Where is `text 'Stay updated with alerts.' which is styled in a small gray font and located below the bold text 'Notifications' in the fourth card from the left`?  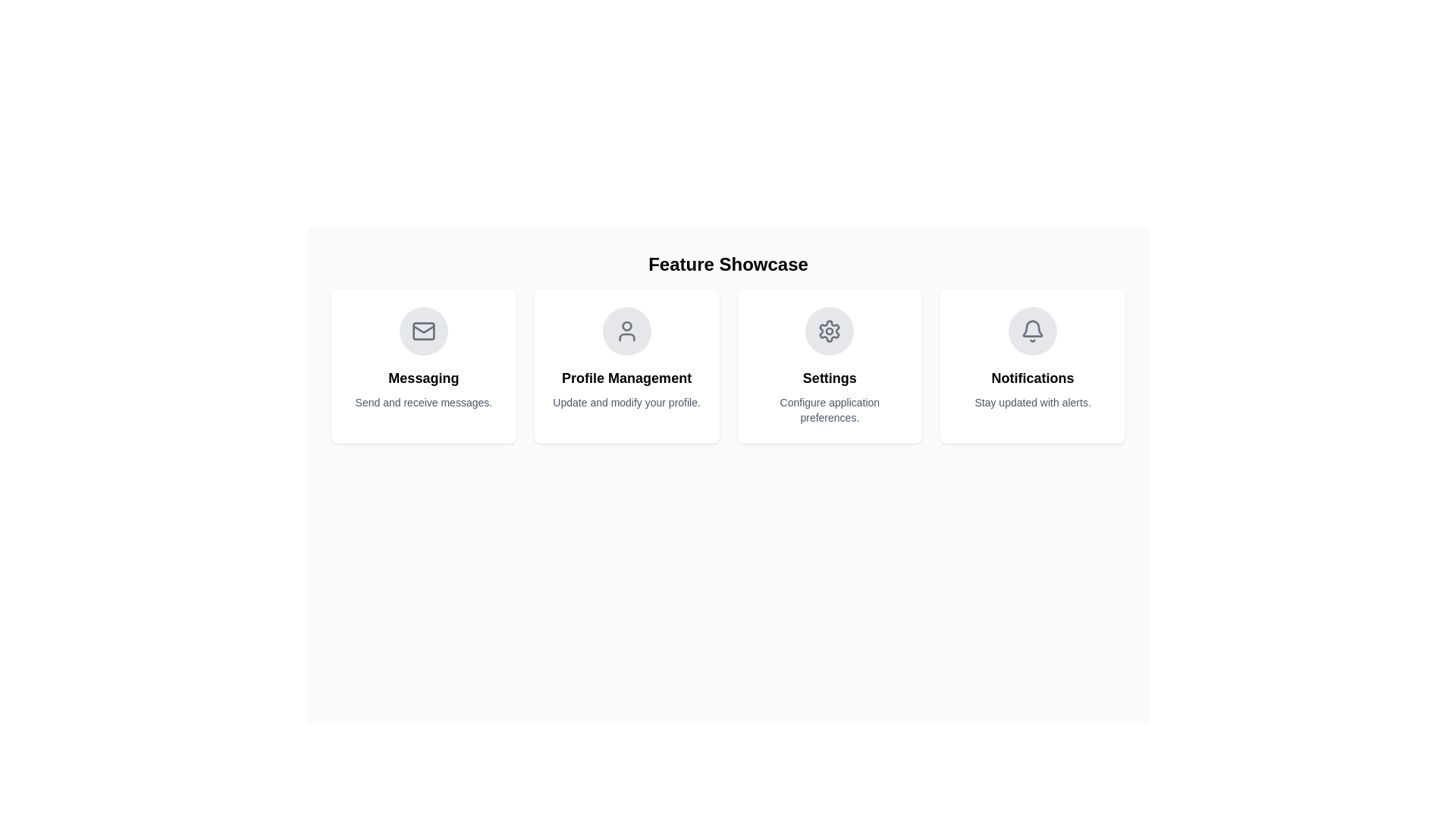
text 'Stay updated with alerts.' which is styled in a small gray font and located below the bold text 'Notifications' in the fourth card from the left is located at coordinates (1032, 402).